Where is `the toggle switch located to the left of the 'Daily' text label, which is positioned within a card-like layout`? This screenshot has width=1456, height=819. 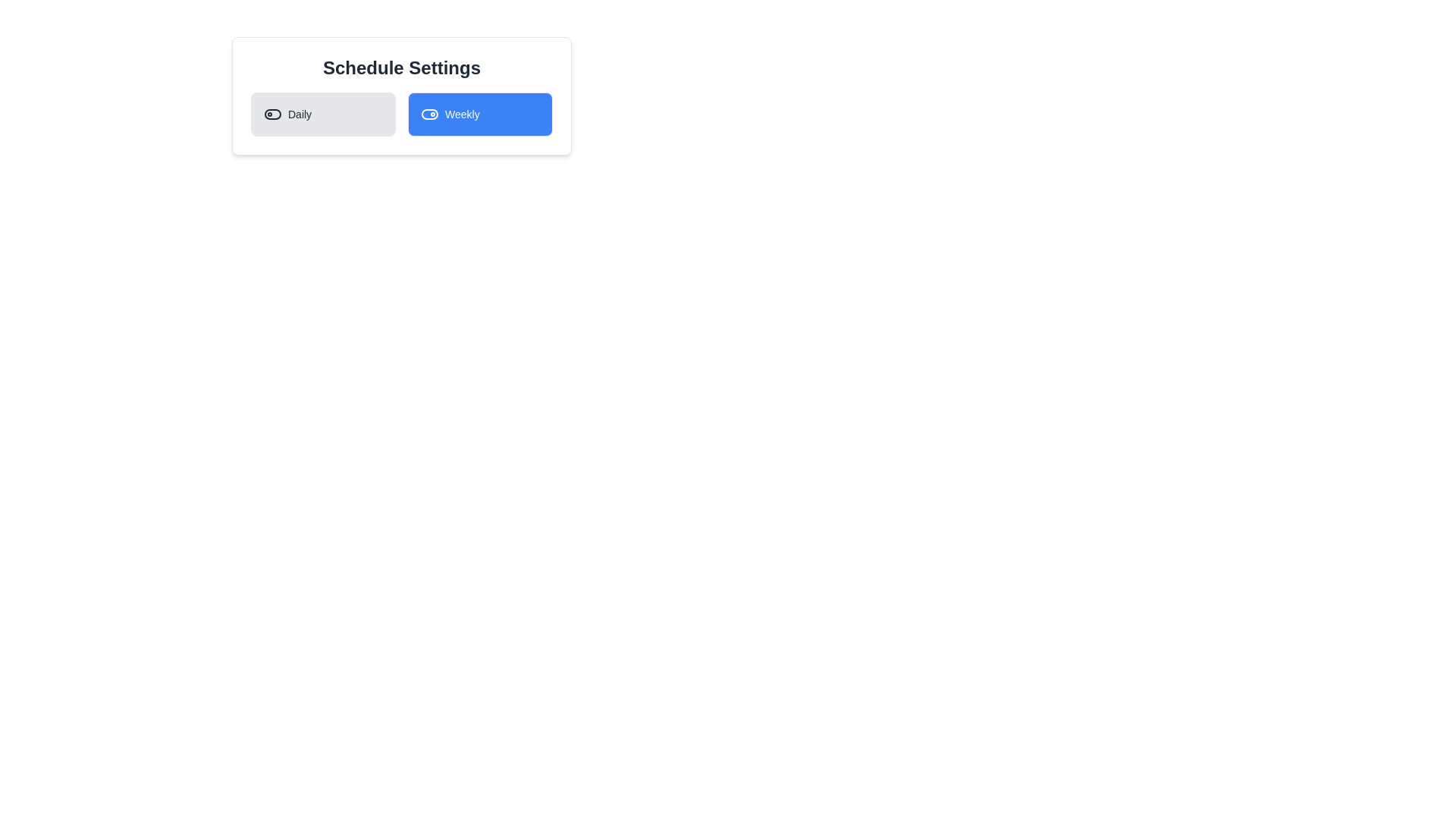 the toggle switch located to the left of the 'Daily' text label, which is positioned within a card-like layout is located at coordinates (300, 113).